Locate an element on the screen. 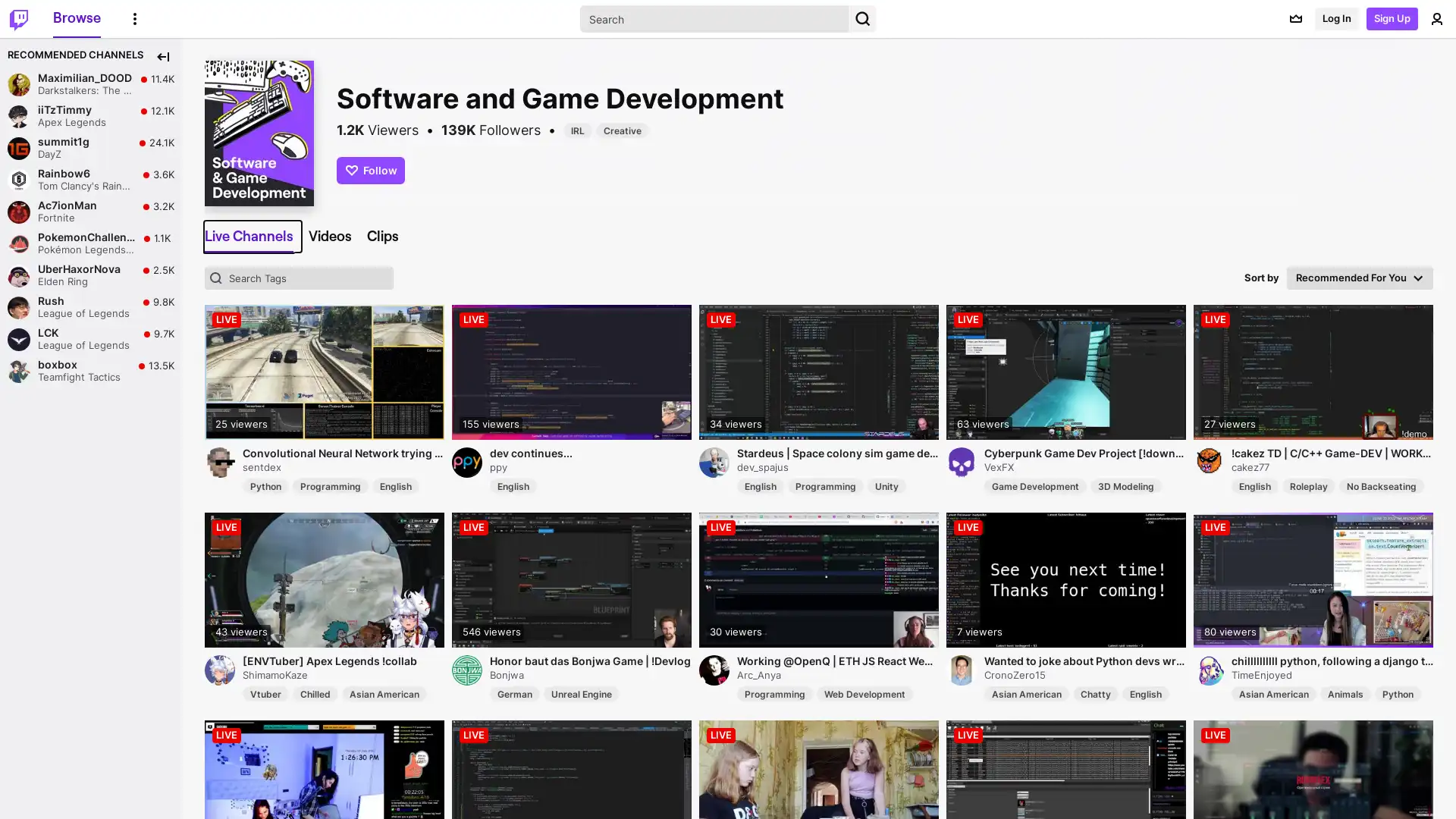  Prime offers is located at coordinates (1294, 18).